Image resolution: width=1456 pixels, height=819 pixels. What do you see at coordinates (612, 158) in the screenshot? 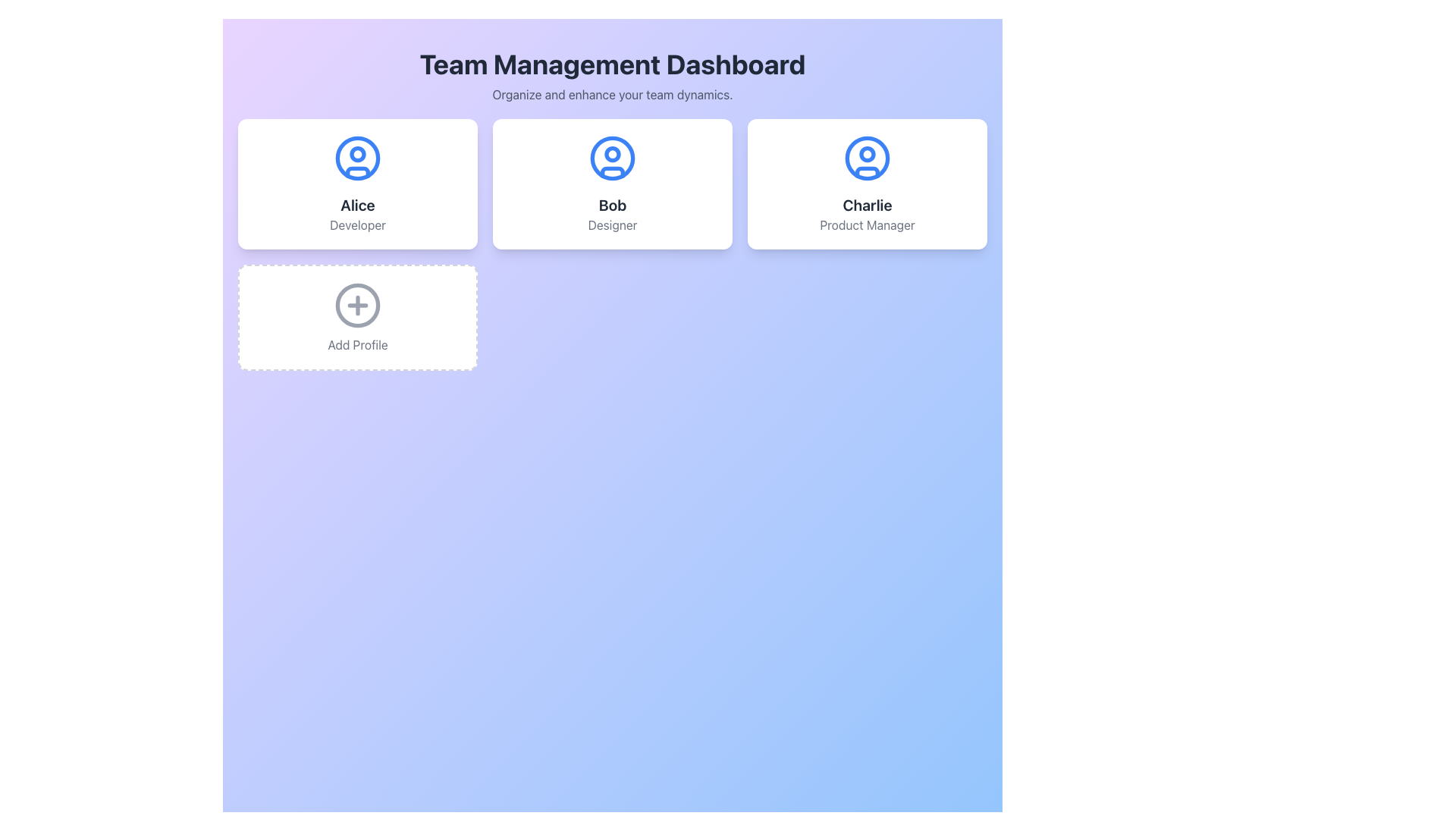
I see `the circular user profile silhouette icon with a blue outline and white background, located at the top center of the profile card labeled 'Bob Designer'` at bounding box center [612, 158].